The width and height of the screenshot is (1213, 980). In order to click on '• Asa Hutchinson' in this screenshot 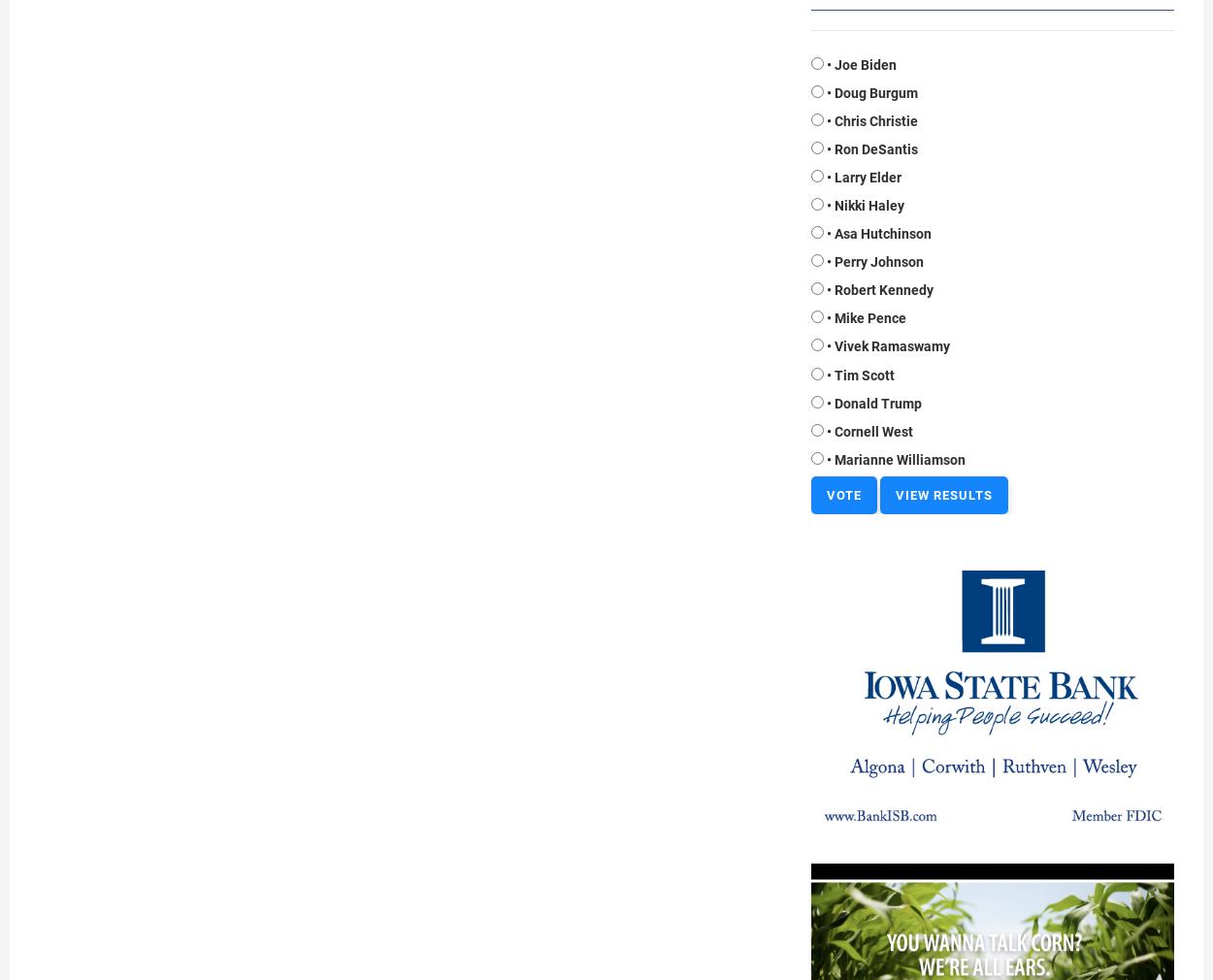, I will do `click(826, 232)`.